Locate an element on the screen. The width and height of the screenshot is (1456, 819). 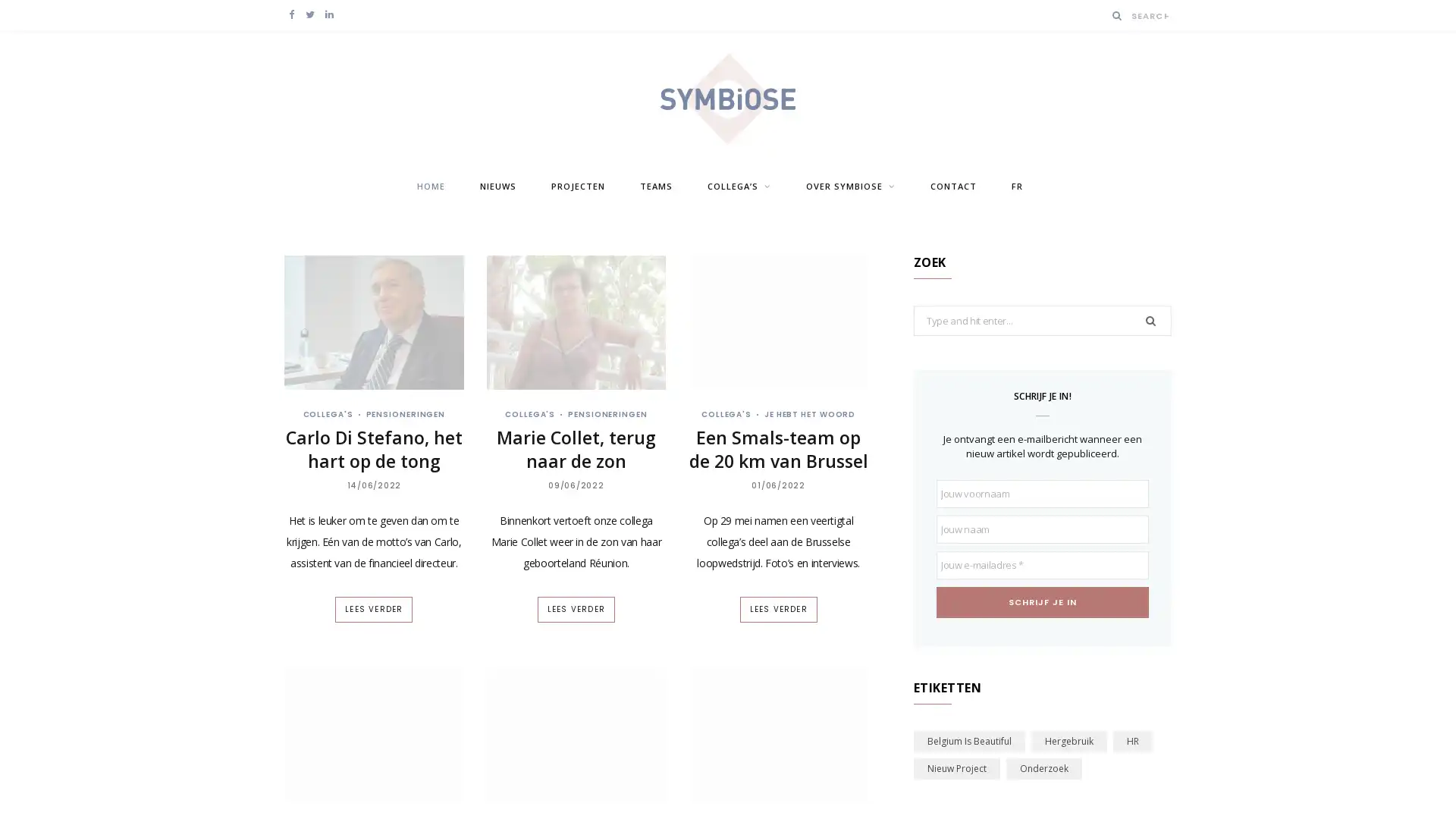
Schrijf je in is located at coordinates (1041, 601).